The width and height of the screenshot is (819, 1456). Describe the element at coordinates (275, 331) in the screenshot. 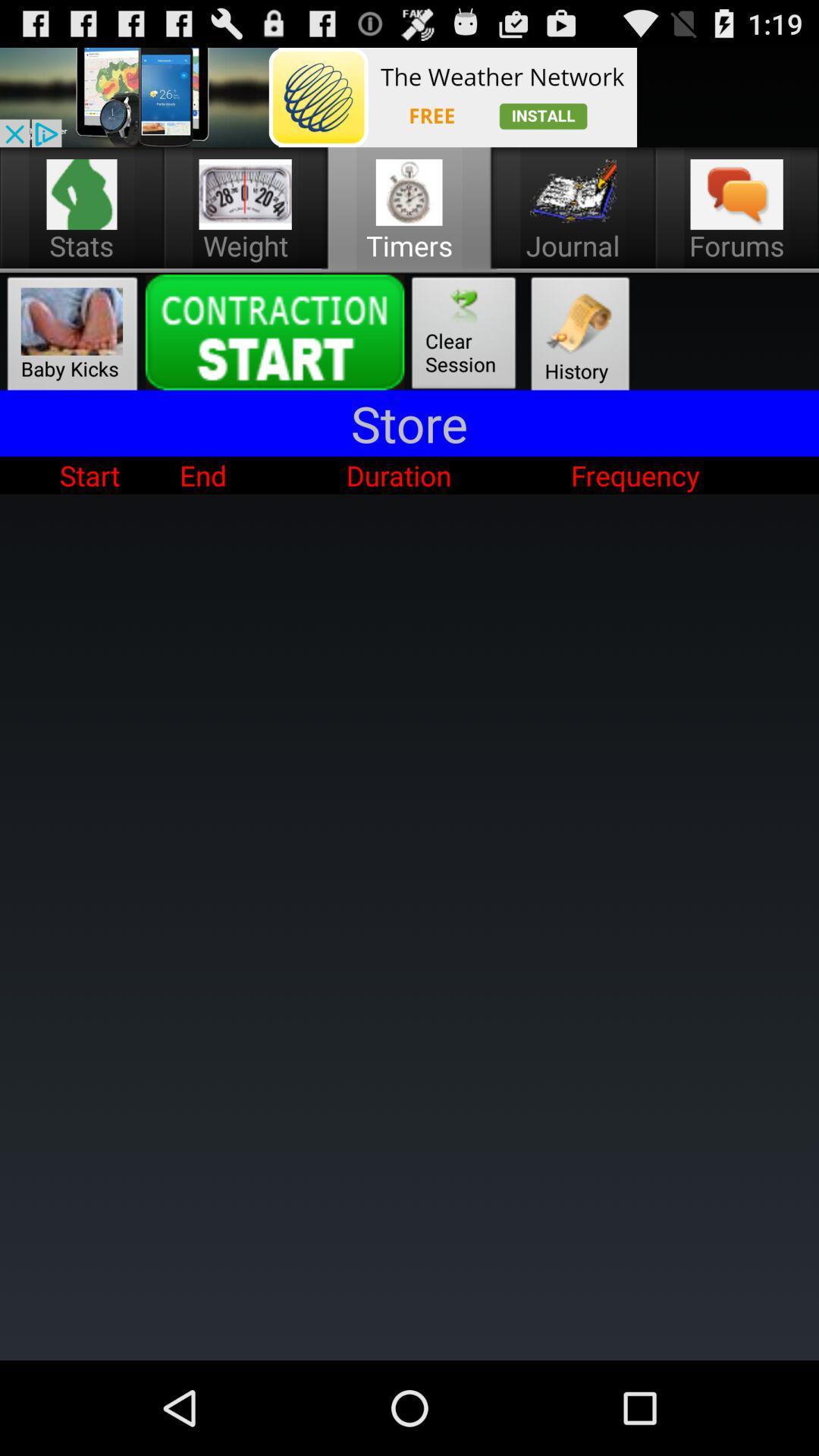

I see `click the start contraction button` at that location.